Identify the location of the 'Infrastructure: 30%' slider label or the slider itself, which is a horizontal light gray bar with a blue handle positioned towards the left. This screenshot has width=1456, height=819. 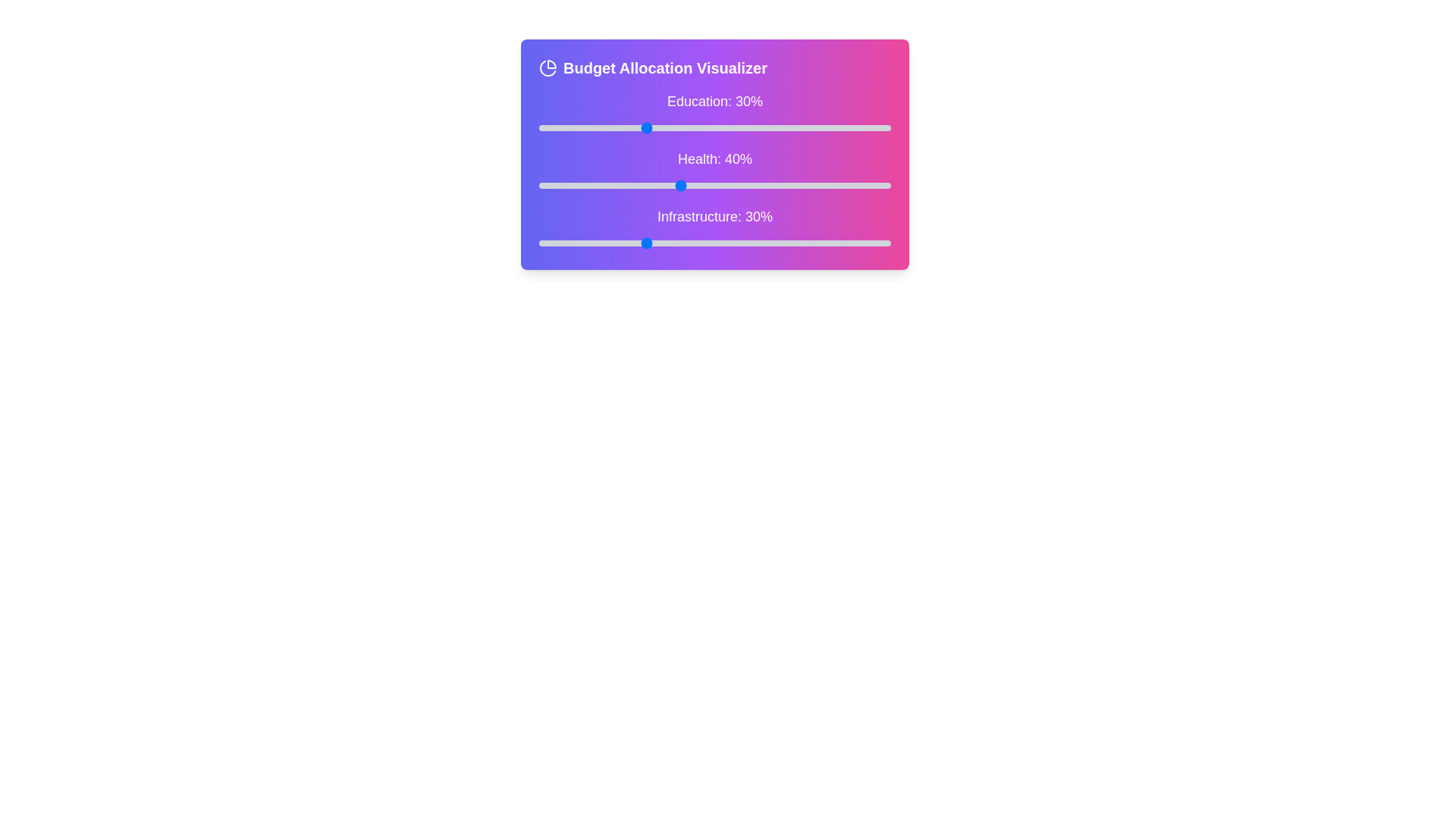
(714, 228).